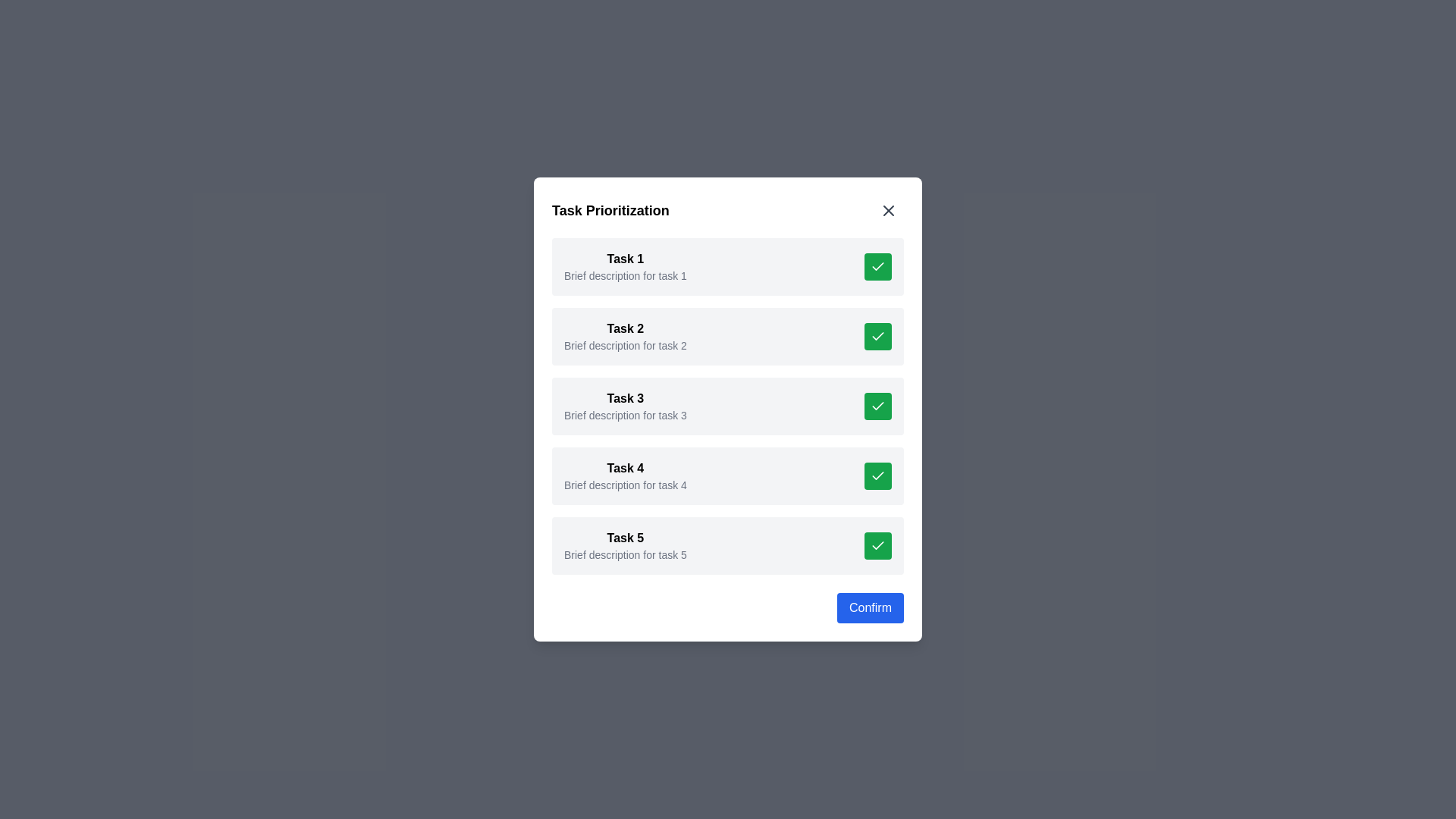  What do you see at coordinates (877, 406) in the screenshot?
I see `the checkmark icon indicating the completion of 'Task 3'` at bounding box center [877, 406].